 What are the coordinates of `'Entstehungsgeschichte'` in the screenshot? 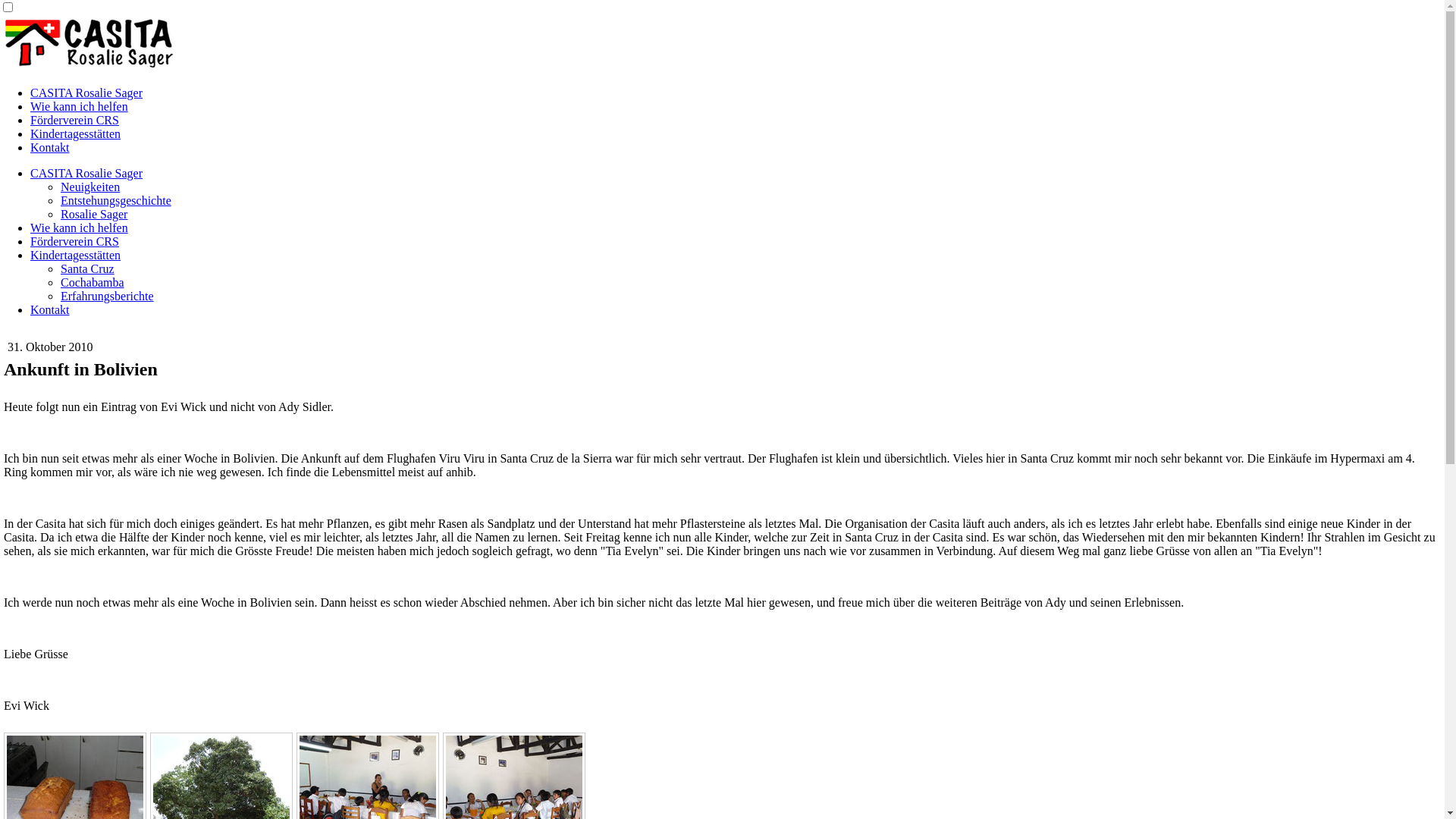 It's located at (115, 199).